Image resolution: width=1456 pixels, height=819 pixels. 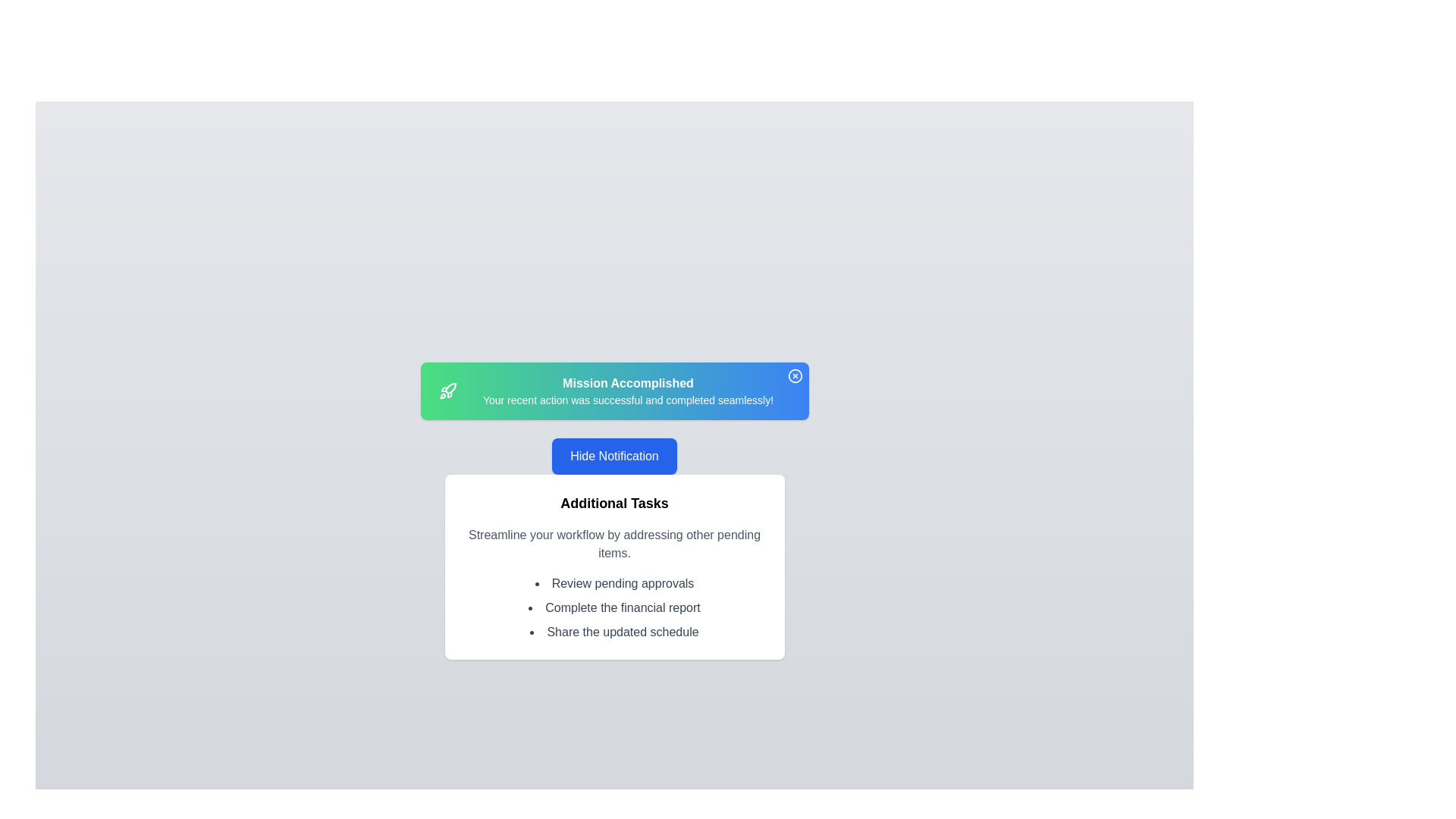 I want to click on 'Hide Notification' button to hide the notification, so click(x=614, y=455).